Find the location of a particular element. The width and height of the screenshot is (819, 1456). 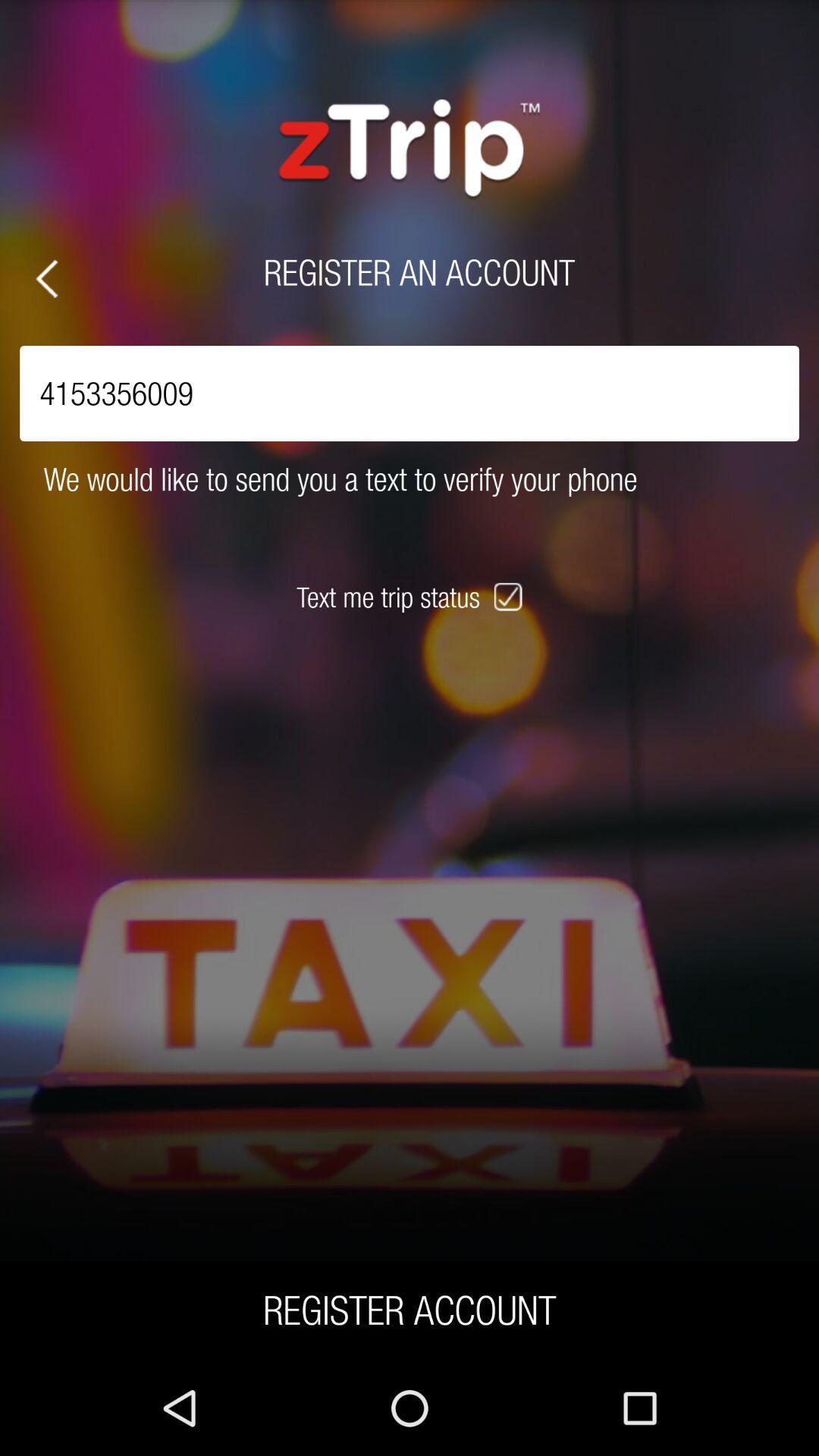

item above 4153356009 is located at coordinates (45, 278).